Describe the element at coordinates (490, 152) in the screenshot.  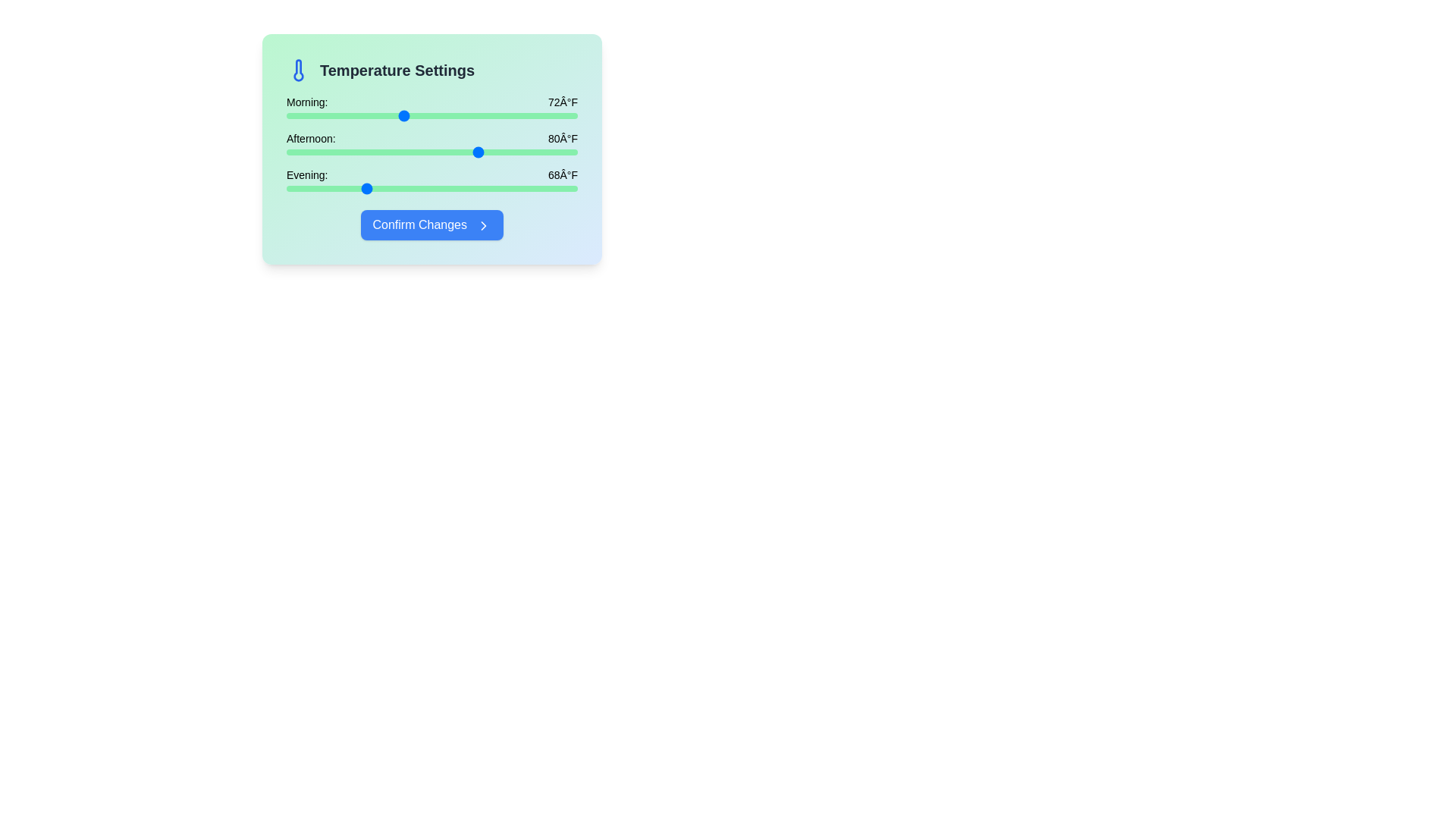
I see `the afternoon temperature slider to 81°F` at that location.